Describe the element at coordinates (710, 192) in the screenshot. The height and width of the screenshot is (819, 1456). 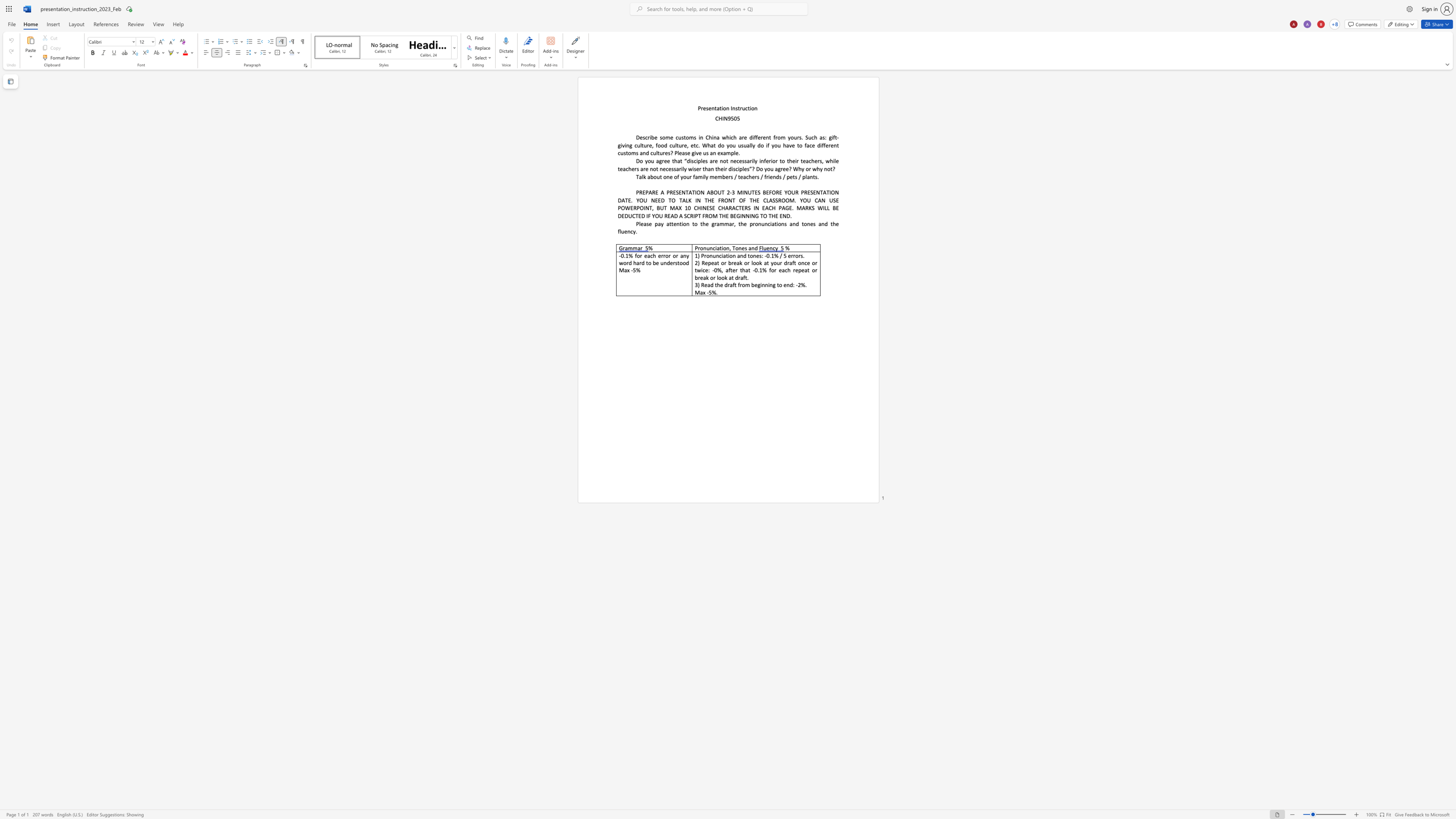
I see `the space between the continuous character "A" and "B" in the text` at that location.